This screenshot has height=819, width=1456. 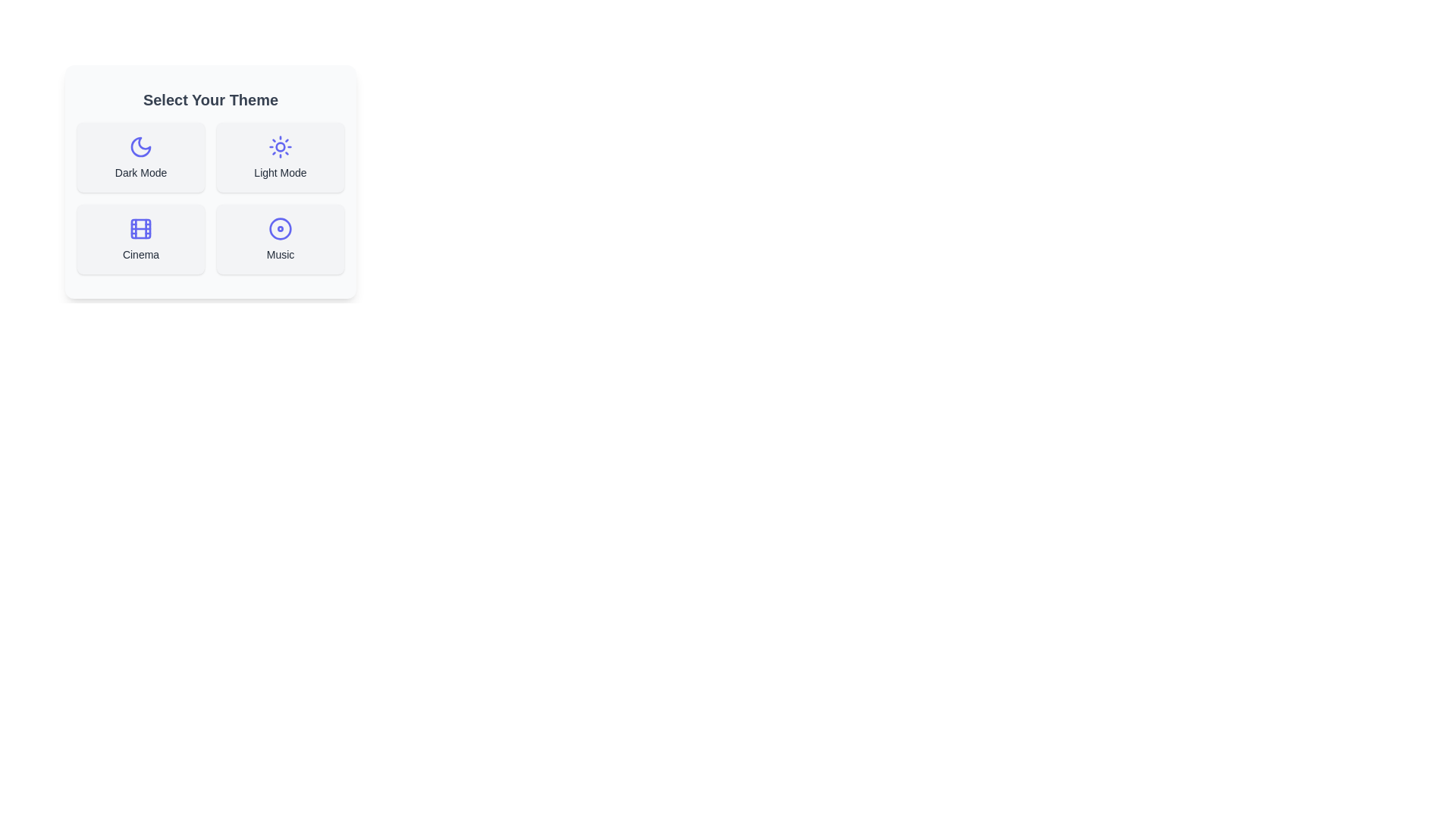 I want to click on the center circle of the sun-like icon in the upper-right quadrant of the 'Select Your Theme' section, so click(x=280, y=146).